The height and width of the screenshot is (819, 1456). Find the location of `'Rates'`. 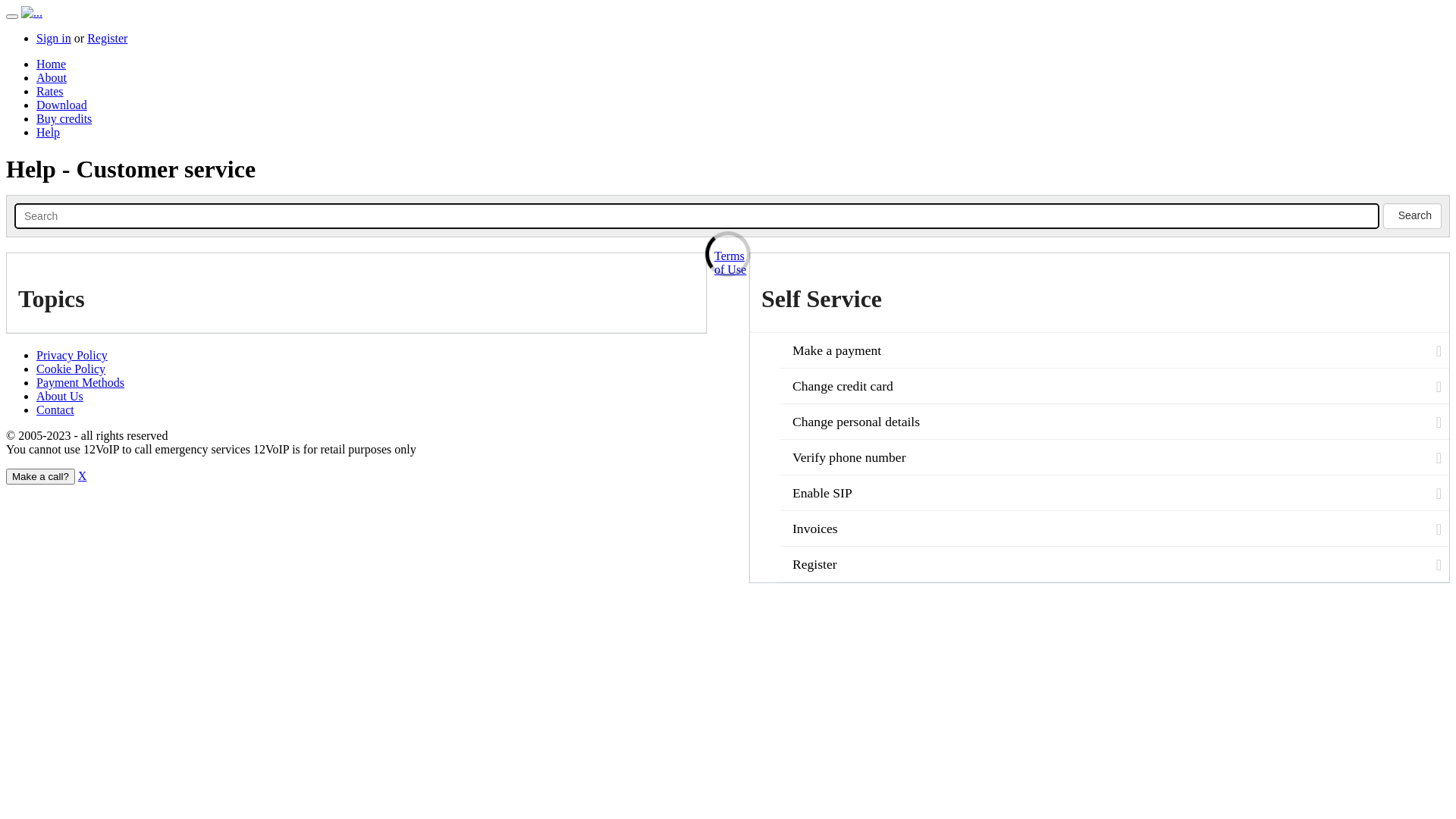

'Rates' is located at coordinates (50, 91).